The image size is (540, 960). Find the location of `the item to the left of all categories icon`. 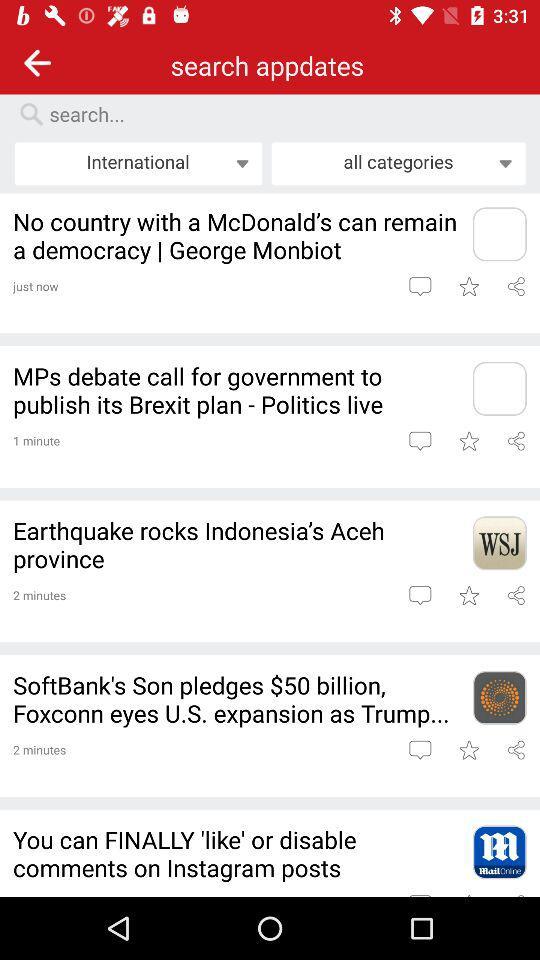

the item to the left of all categories icon is located at coordinates (137, 162).